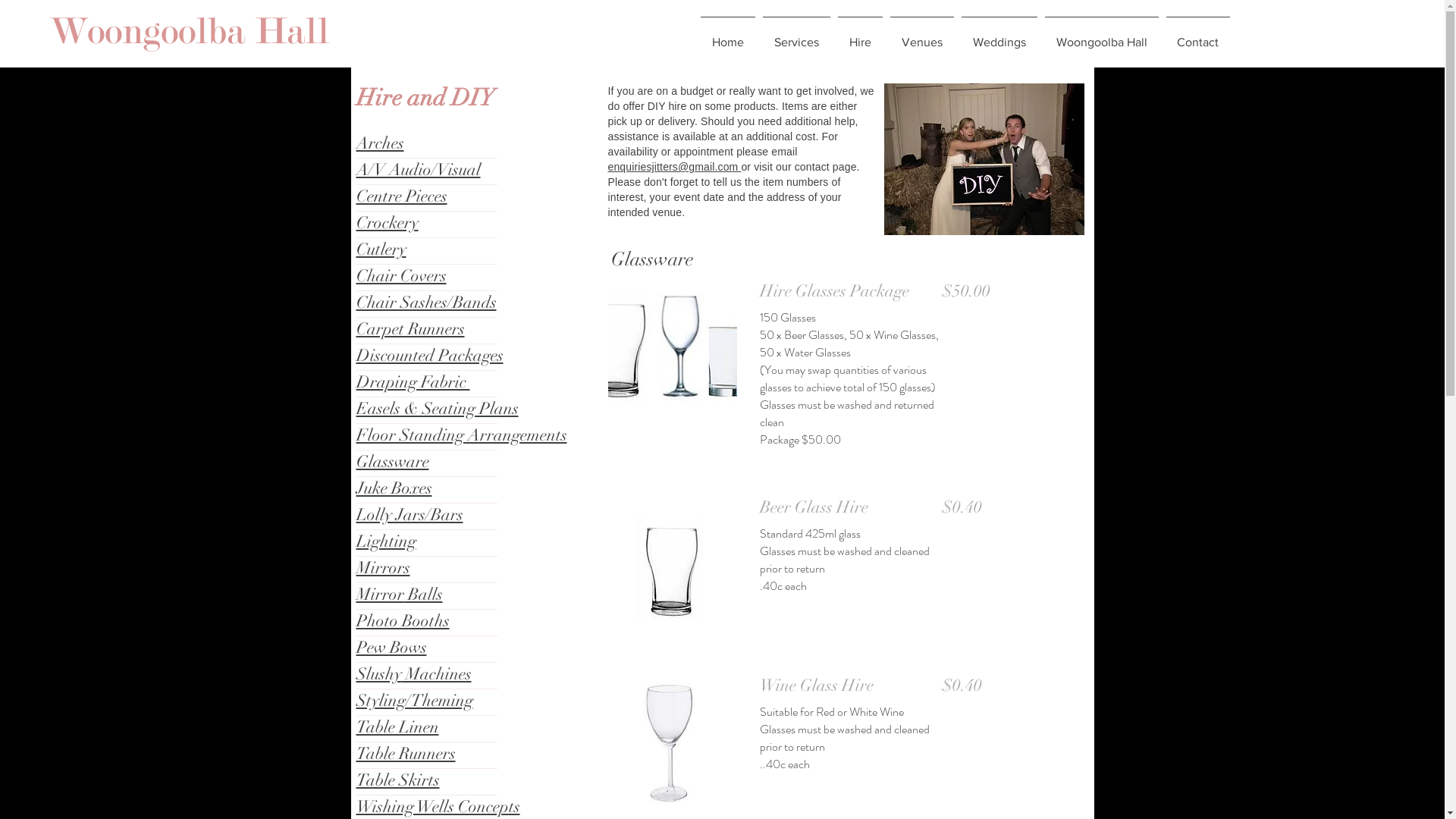 This screenshot has height=819, width=1456. I want to click on 'Centre Pieces', so click(401, 195).